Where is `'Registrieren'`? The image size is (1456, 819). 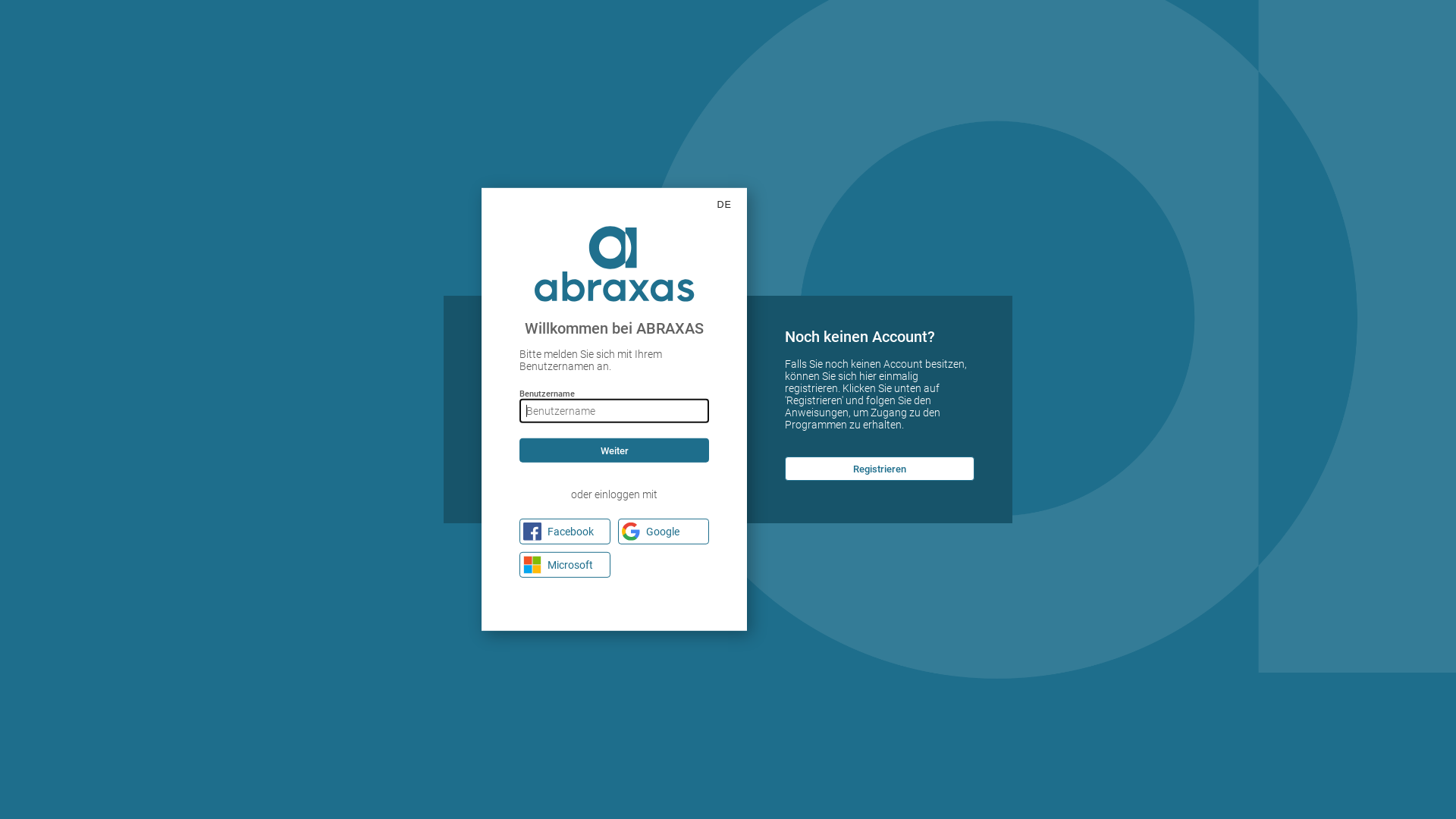
'Registrieren' is located at coordinates (785, 467).